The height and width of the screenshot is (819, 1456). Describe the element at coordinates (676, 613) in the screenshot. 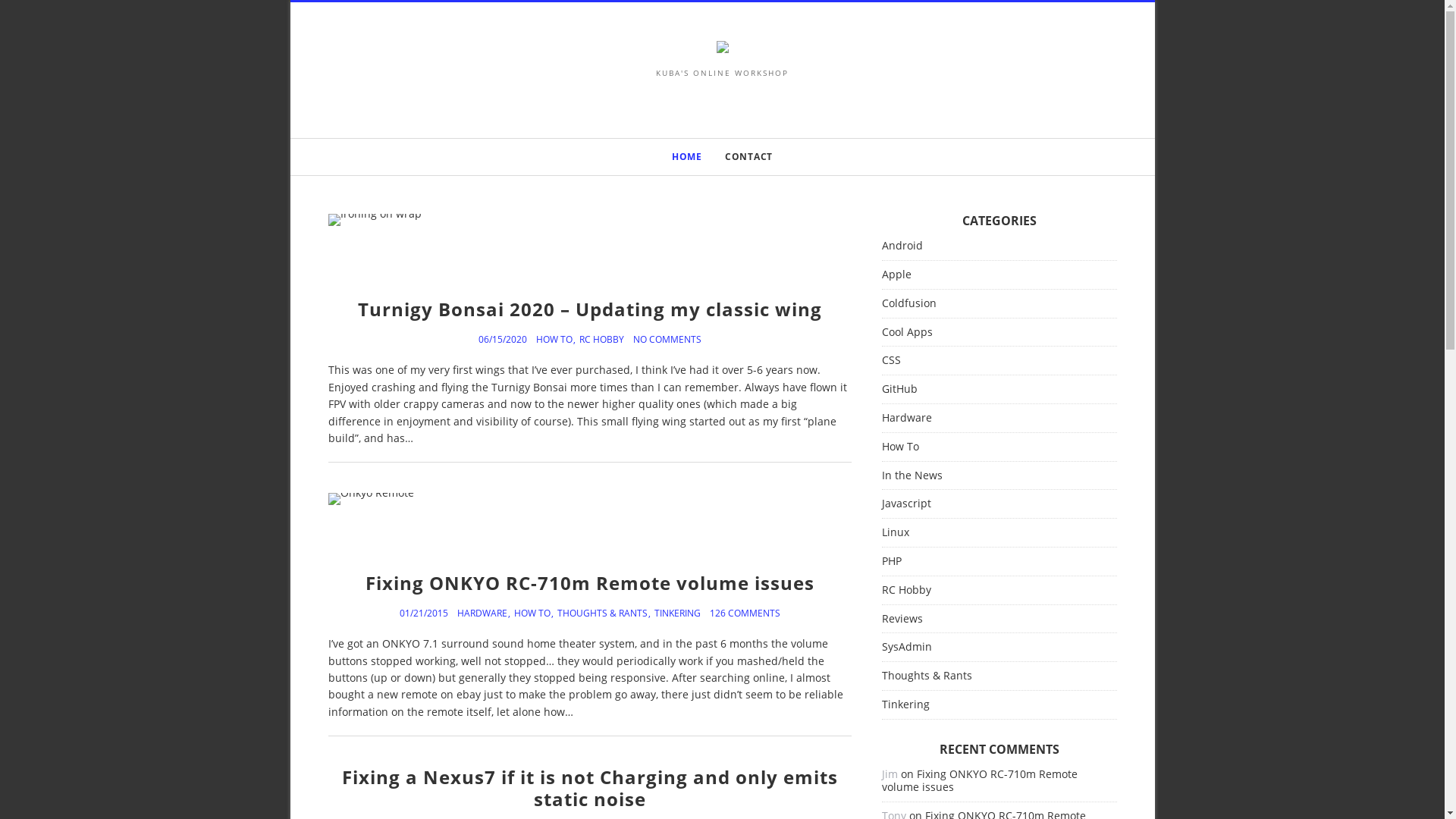

I see `'TINKERING'` at that location.